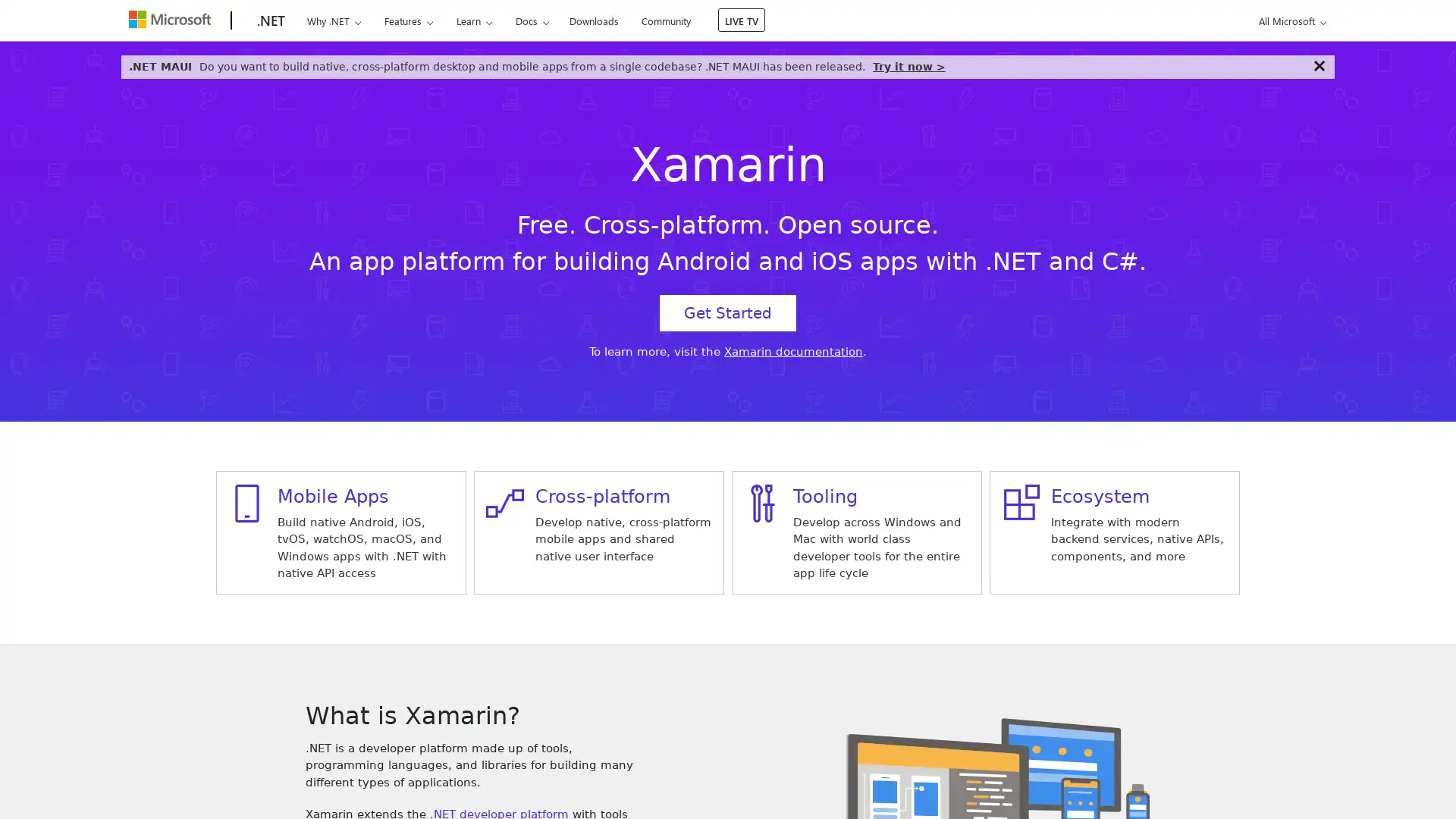  What do you see at coordinates (408, 20) in the screenshot?
I see `Features` at bounding box center [408, 20].